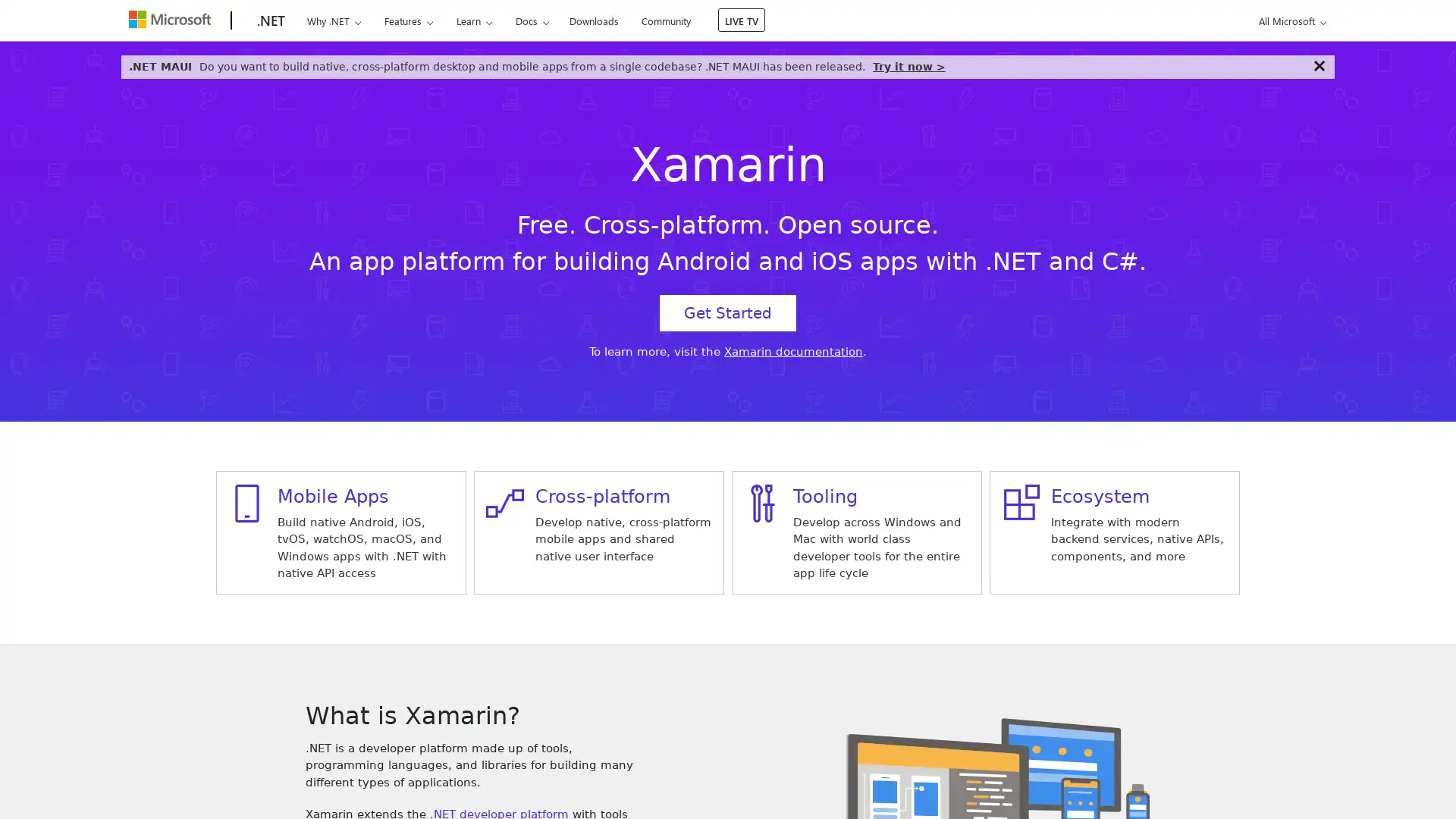  What do you see at coordinates (408, 20) in the screenshot?
I see `Features` at bounding box center [408, 20].